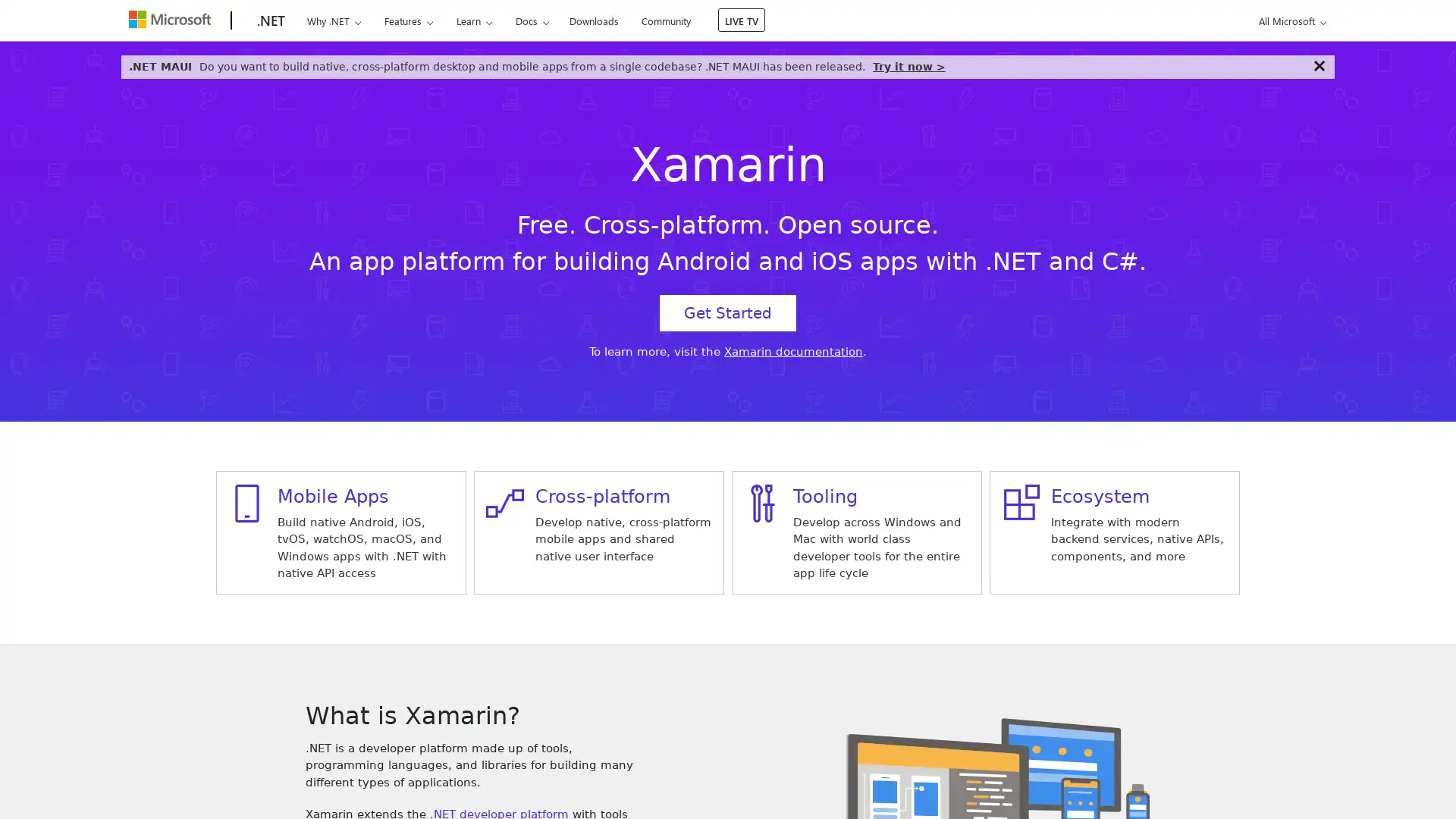  What do you see at coordinates (408, 20) in the screenshot?
I see `Features` at bounding box center [408, 20].